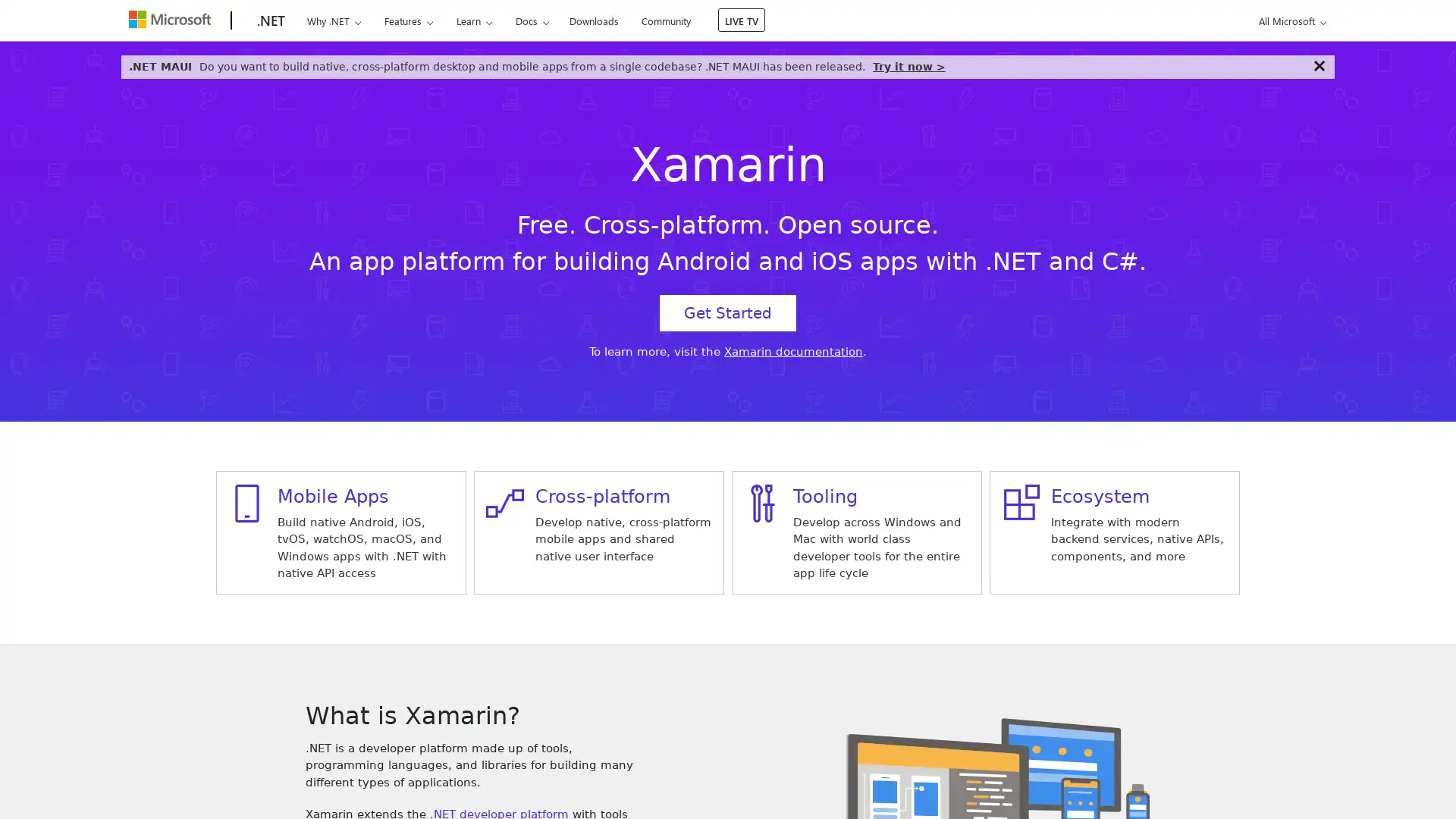  What do you see at coordinates (408, 20) in the screenshot?
I see `Features` at bounding box center [408, 20].